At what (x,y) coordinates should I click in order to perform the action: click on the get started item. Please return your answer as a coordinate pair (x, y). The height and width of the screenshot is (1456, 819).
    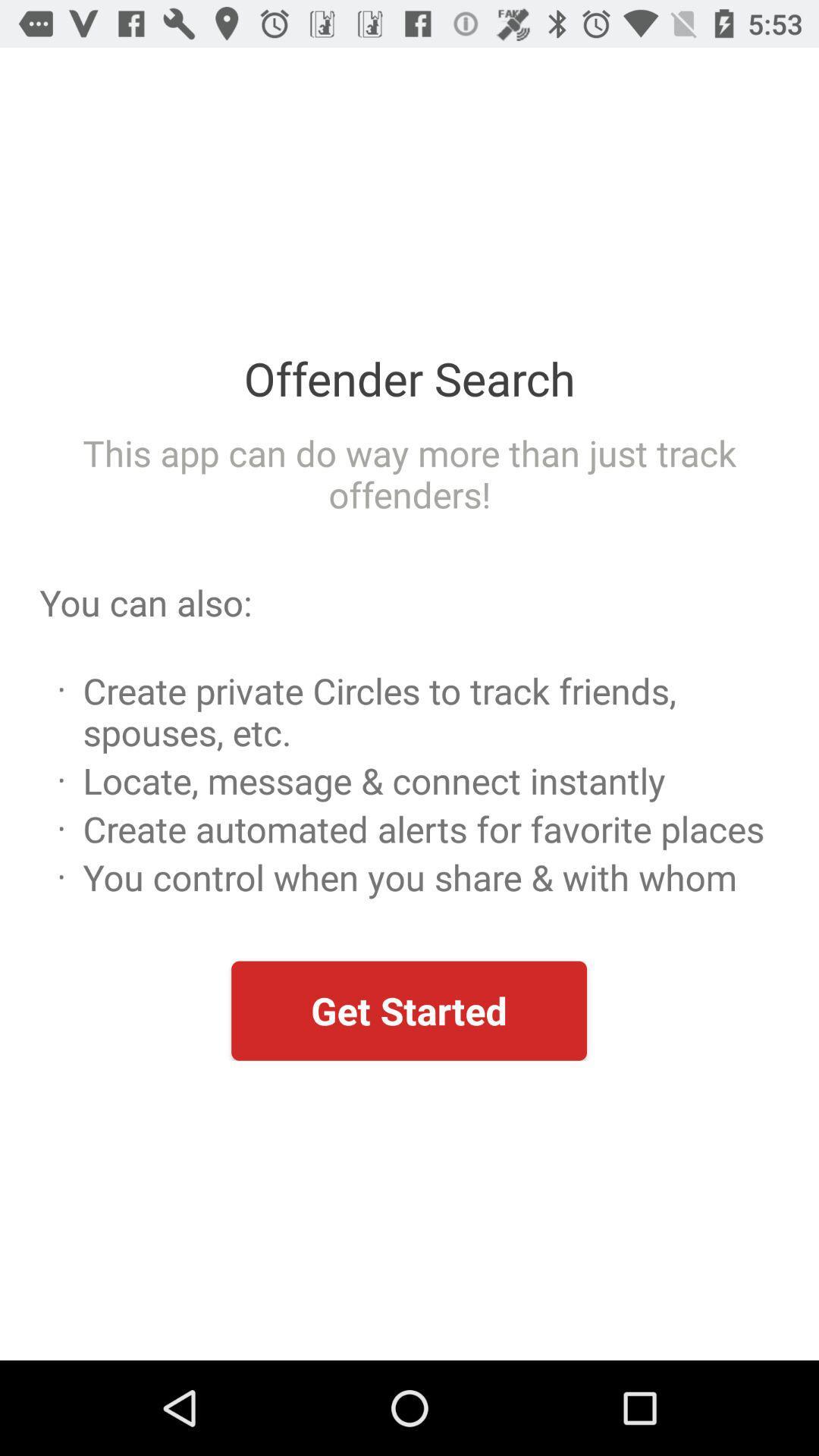
    Looking at the image, I should click on (408, 1011).